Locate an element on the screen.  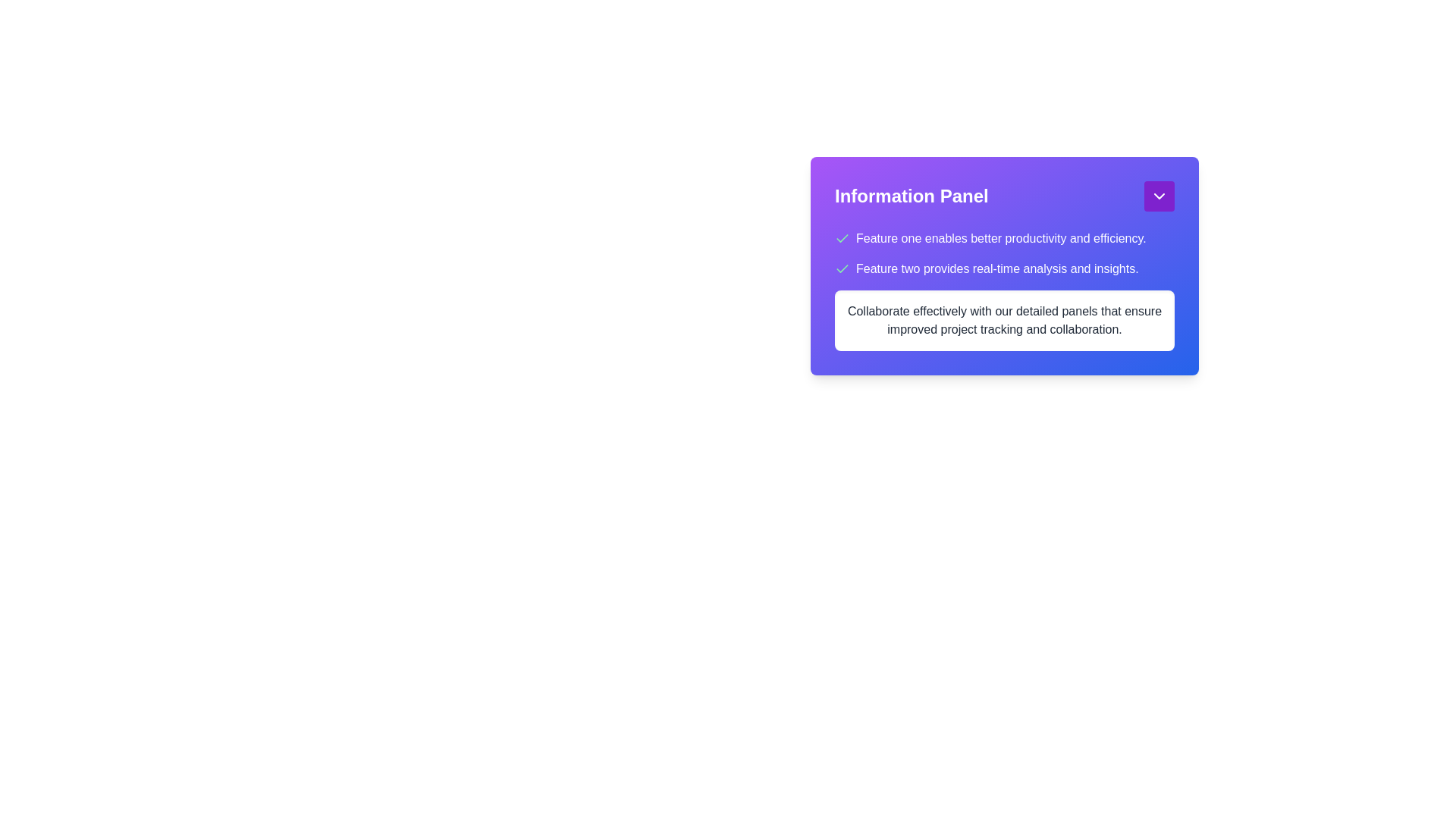
the text description with icon that conveys real-time analysis and insights, located in the purple card below 'Feature one enables better productivity and efficiency.' is located at coordinates (1004, 268).